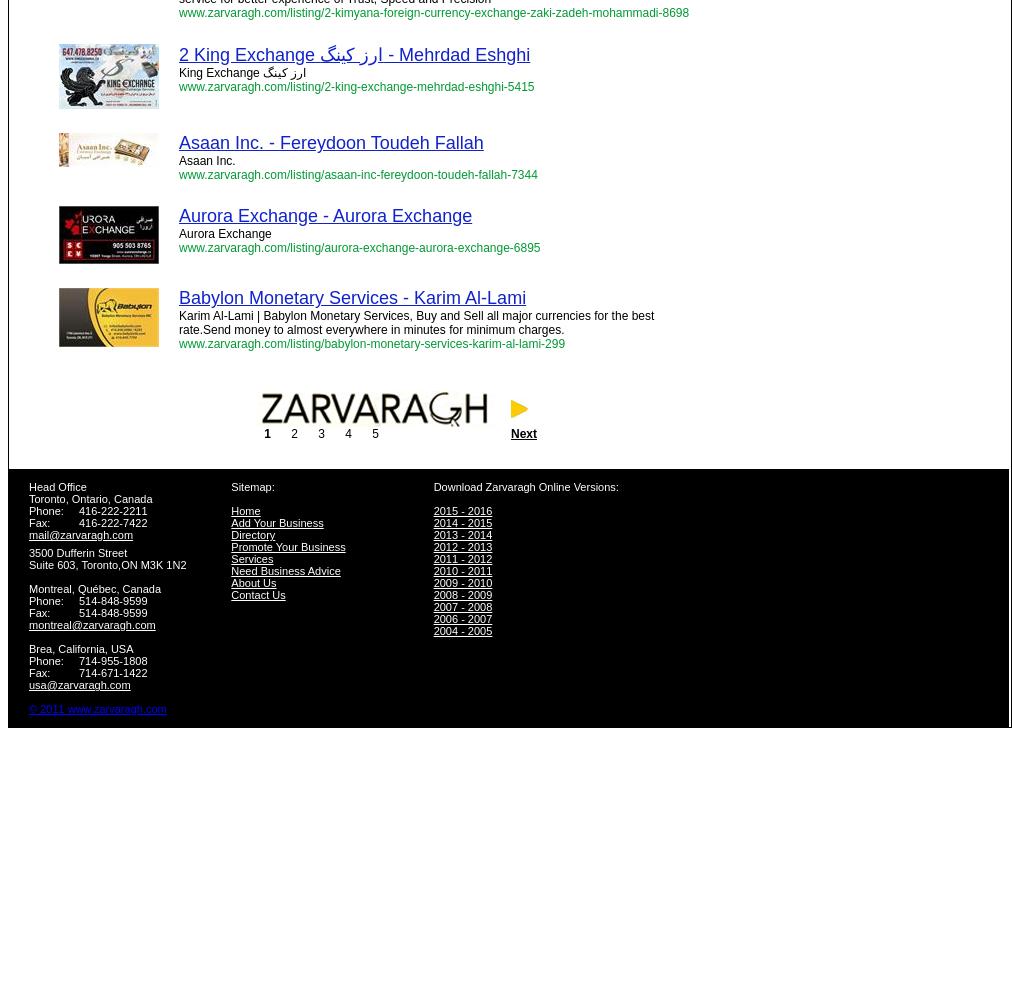  What do you see at coordinates (462, 582) in the screenshot?
I see `'2009 - 2010'` at bounding box center [462, 582].